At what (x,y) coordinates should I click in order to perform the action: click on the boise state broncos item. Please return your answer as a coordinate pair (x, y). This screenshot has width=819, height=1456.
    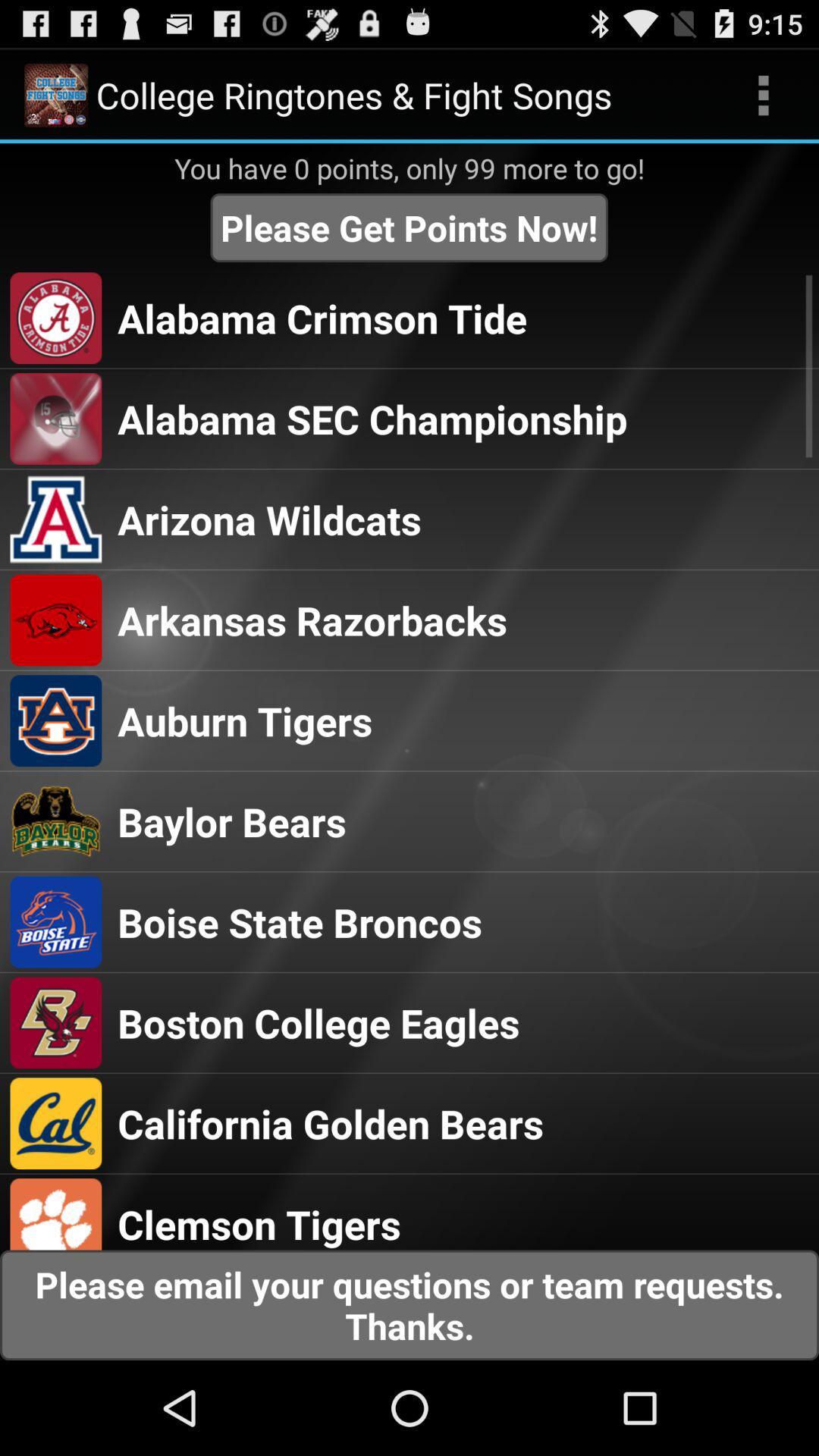
    Looking at the image, I should click on (300, 921).